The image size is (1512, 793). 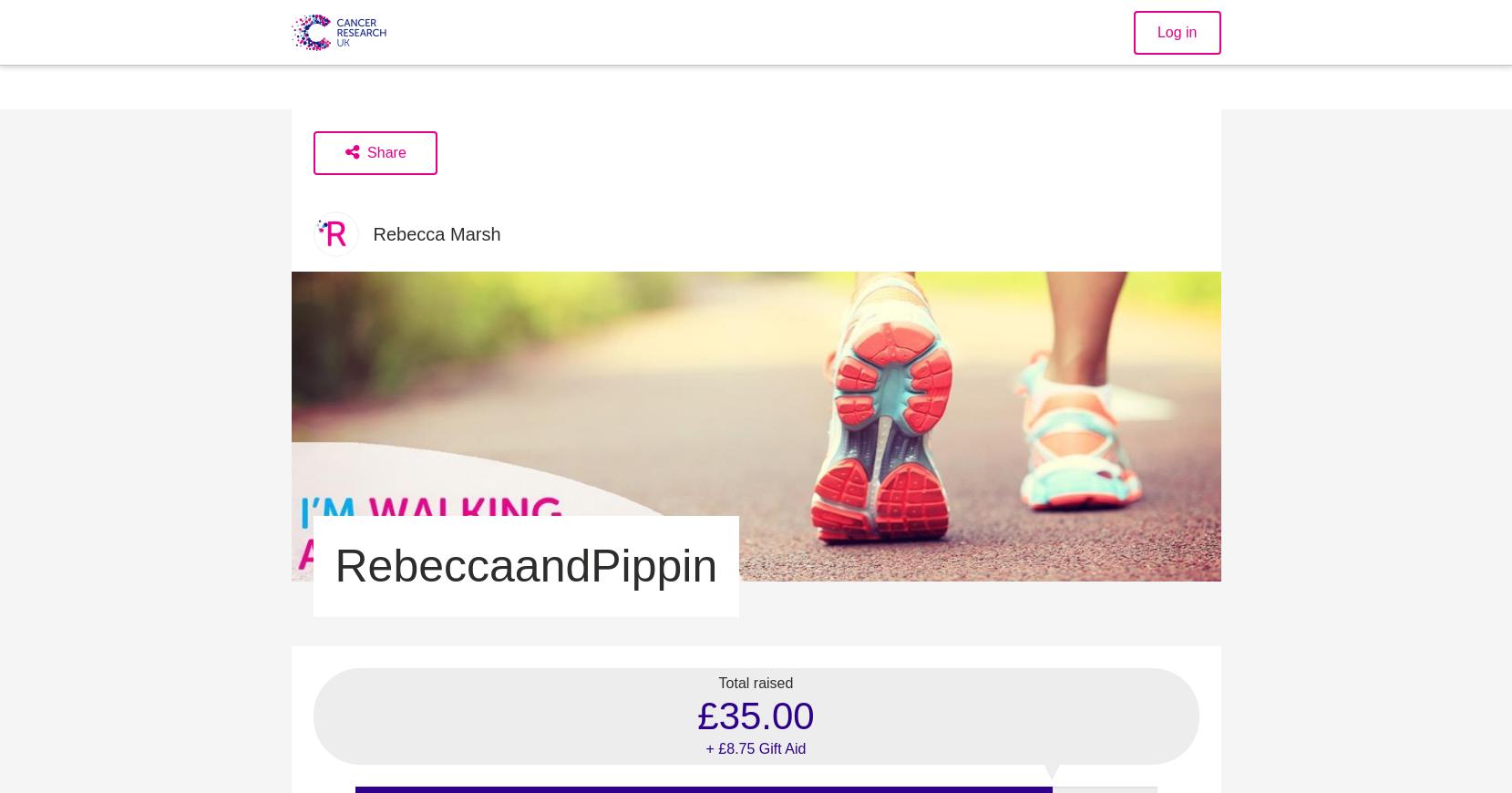 I want to click on 'Share', so click(x=386, y=151).